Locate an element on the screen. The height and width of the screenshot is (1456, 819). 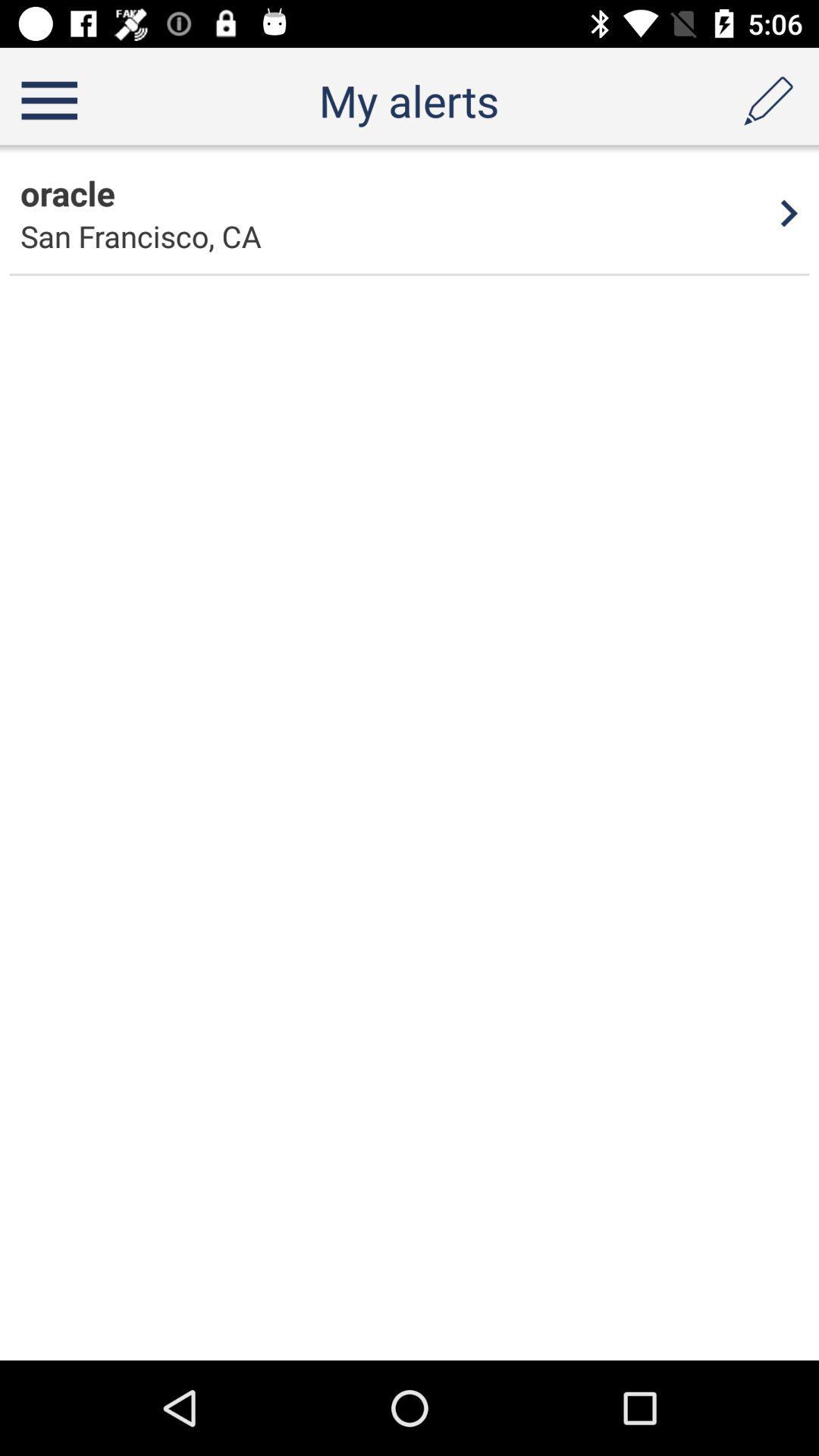
item next to the san francisco, ca icon is located at coordinates (789, 212).